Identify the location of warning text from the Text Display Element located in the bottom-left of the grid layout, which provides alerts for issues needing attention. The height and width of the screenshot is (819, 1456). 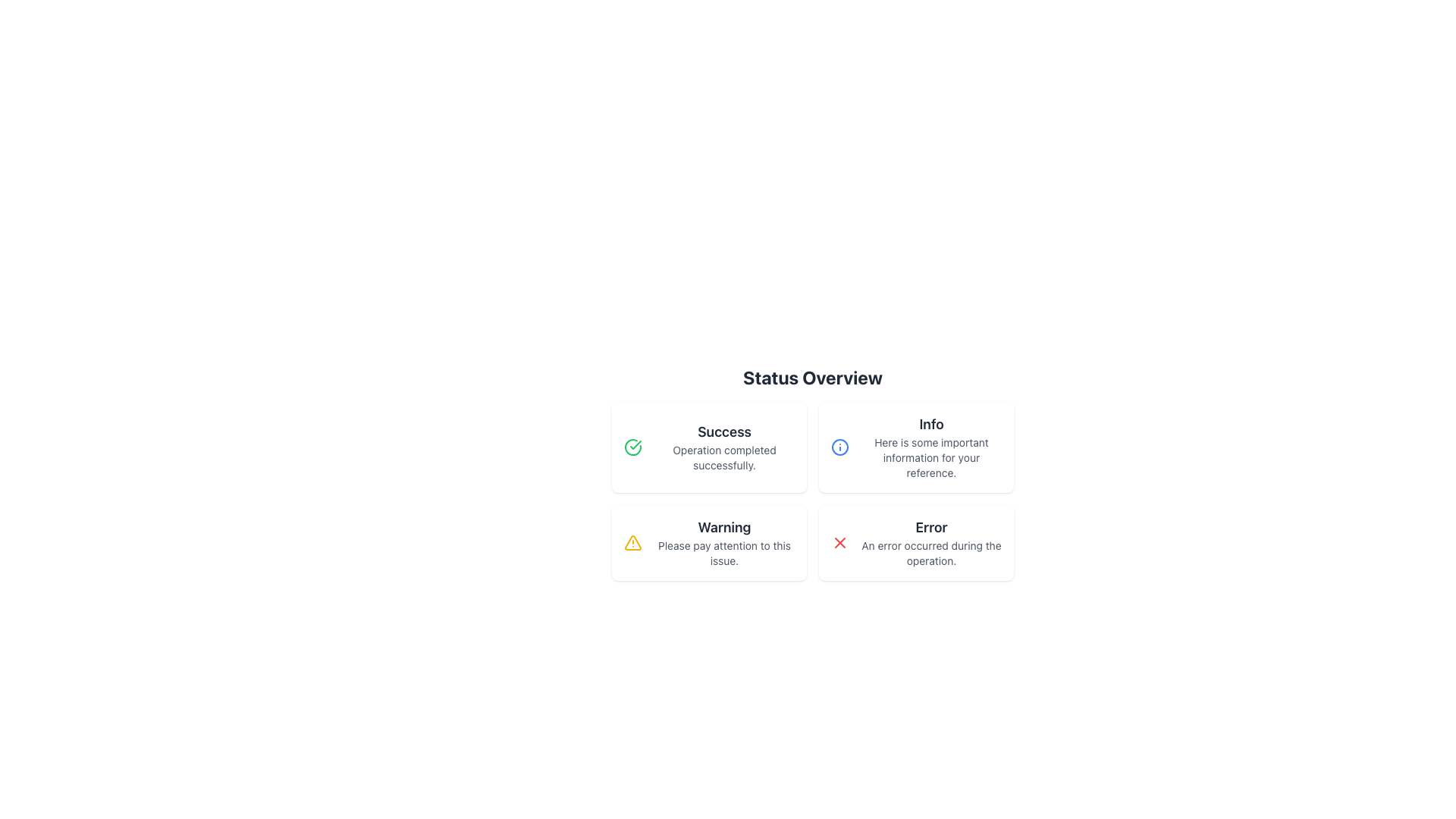
(723, 542).